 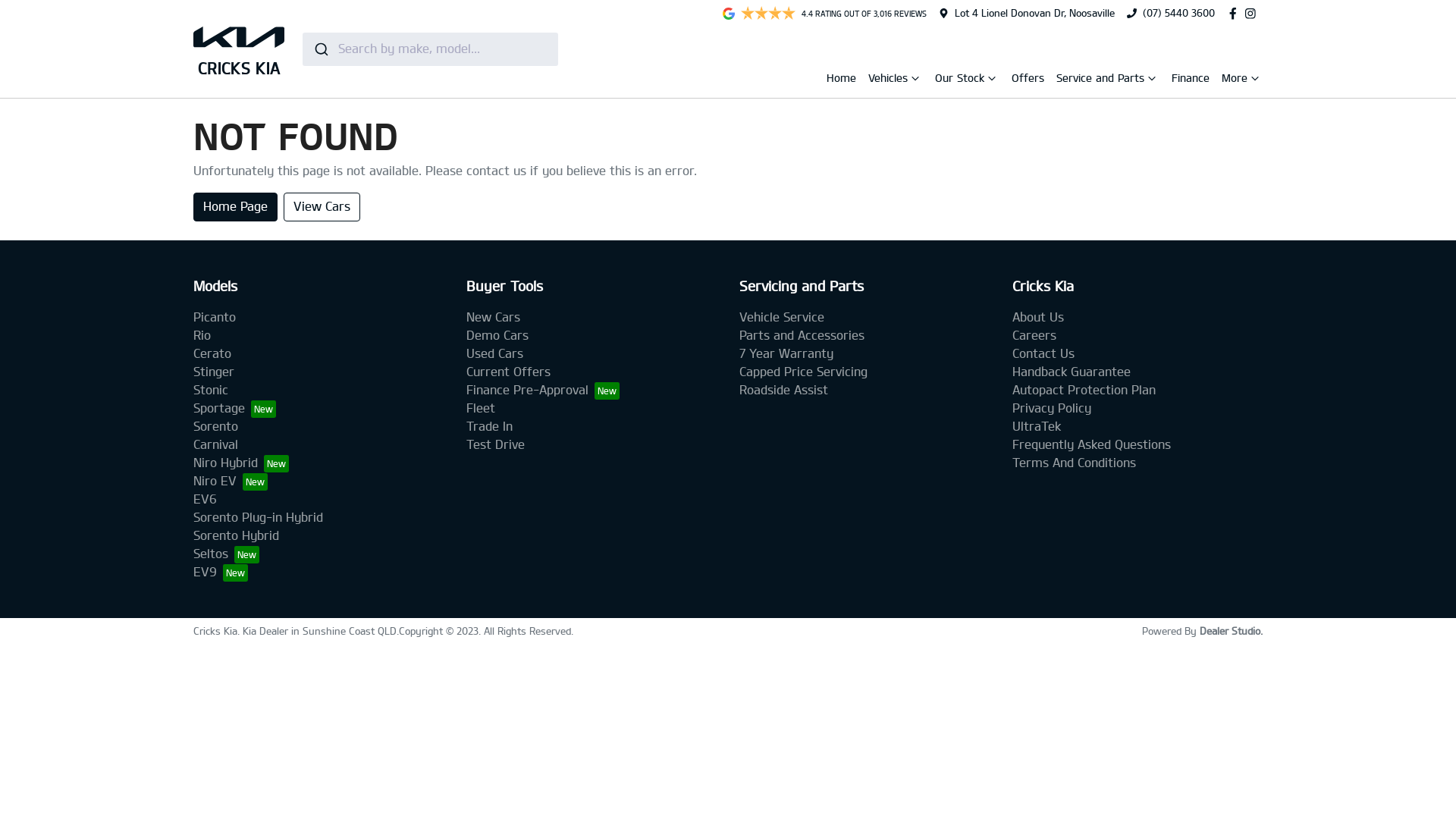 What do you see at coordinates (960, 80) in the screenshot?
I see `'Our Stock'` at bounding box center [960, 80].